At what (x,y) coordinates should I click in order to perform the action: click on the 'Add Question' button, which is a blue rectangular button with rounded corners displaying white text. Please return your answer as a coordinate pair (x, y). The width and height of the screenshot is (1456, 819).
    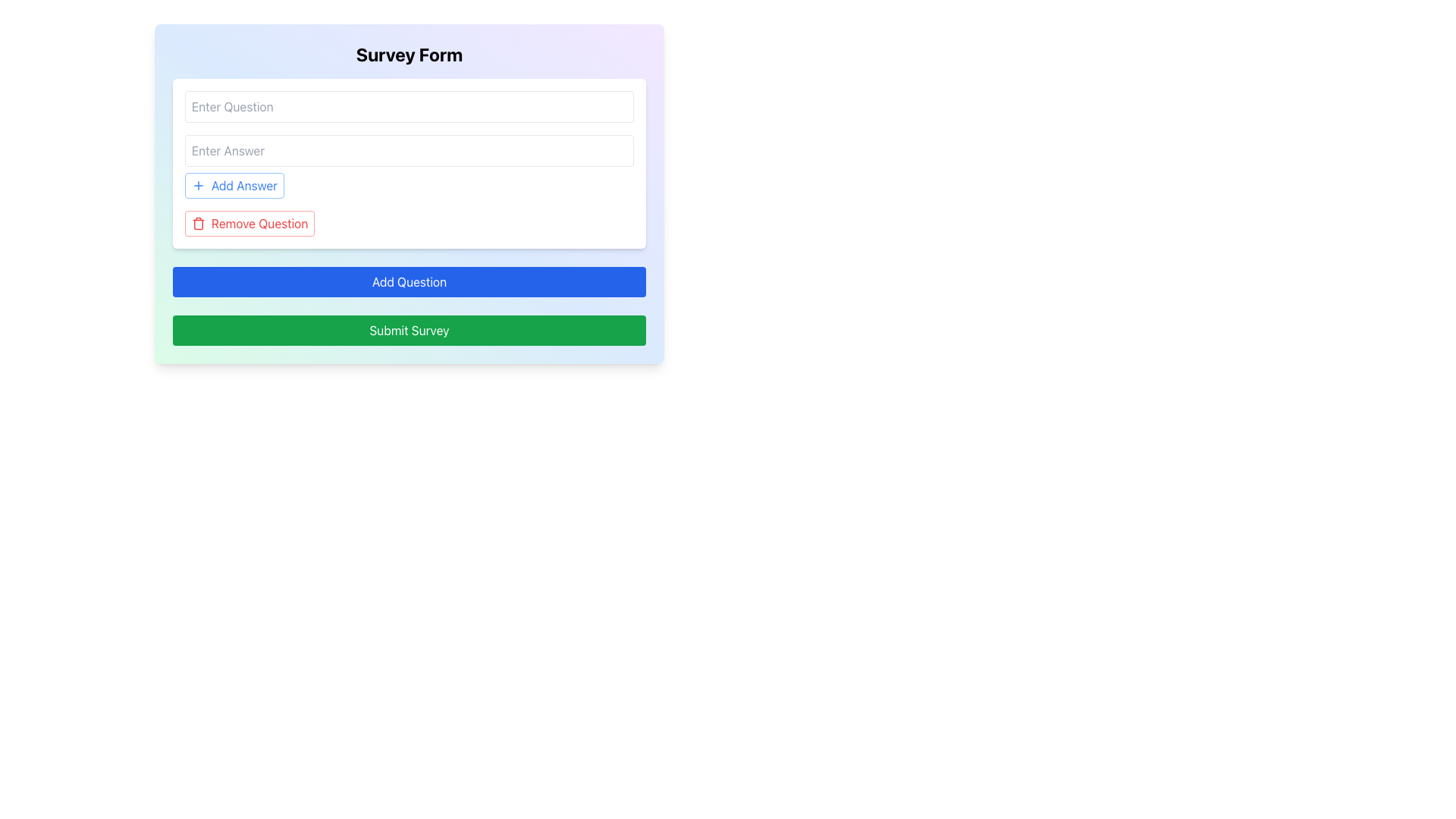
    Looking at the image, I should click on (409, 281).